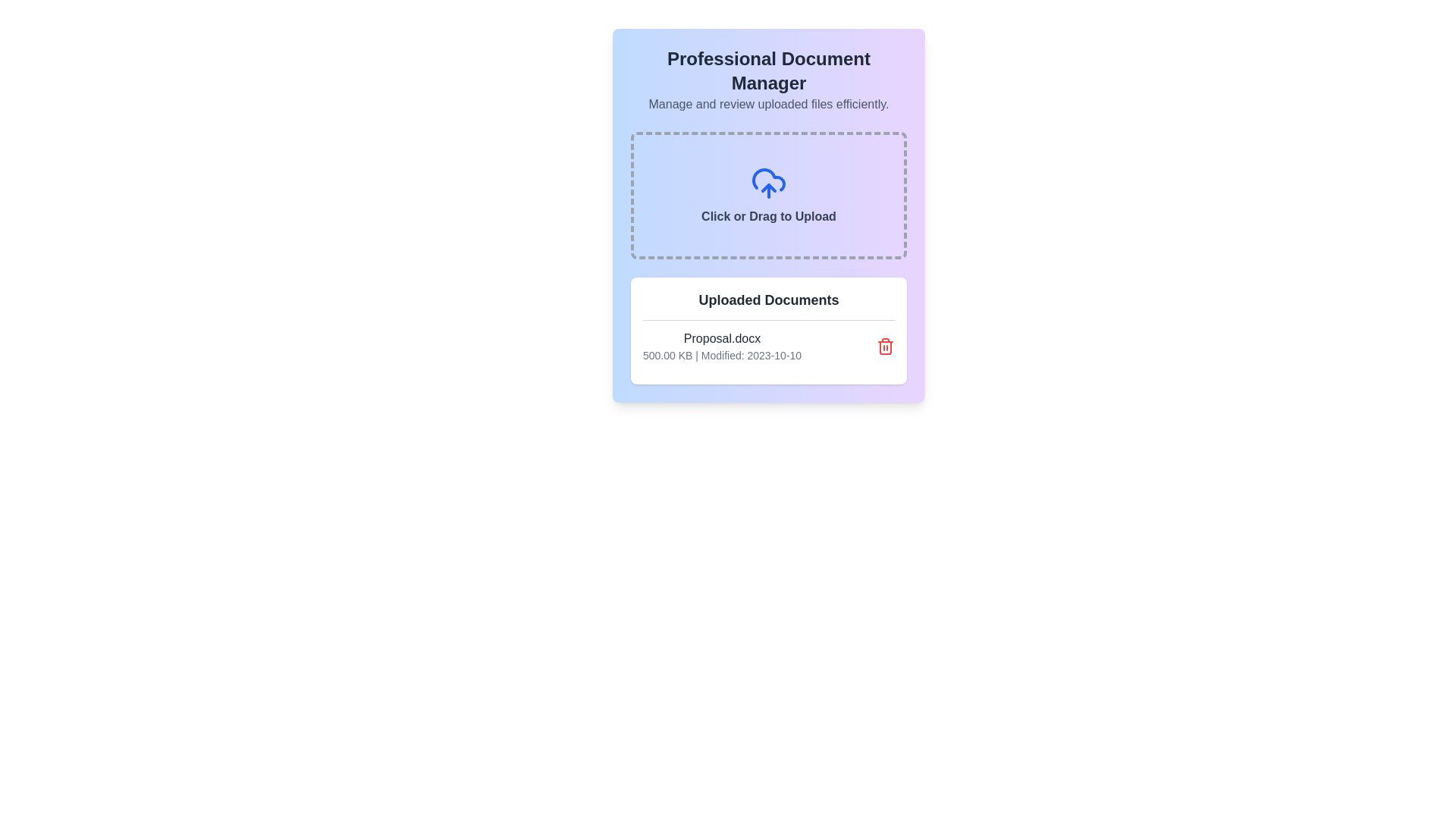 This screenshot has height=819, width=1456. Describe the element at coordinates (768, 346) in the screenshot. I see `the List item entry displaying the file name 'Proposal.docx' and its details in the 'Uploaded Documents' section` at that location.